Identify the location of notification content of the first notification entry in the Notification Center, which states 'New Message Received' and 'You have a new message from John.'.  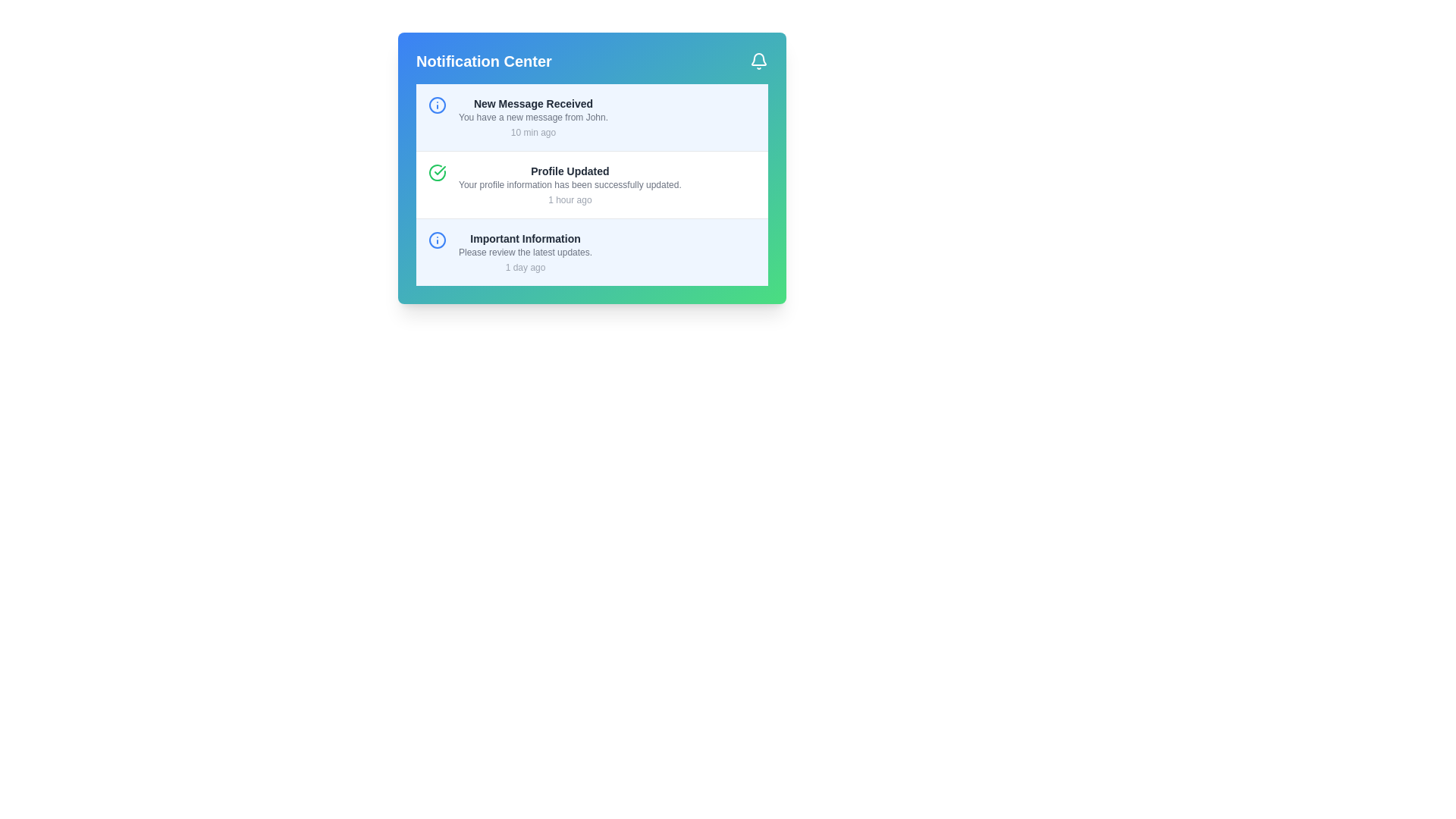
(533, 116).